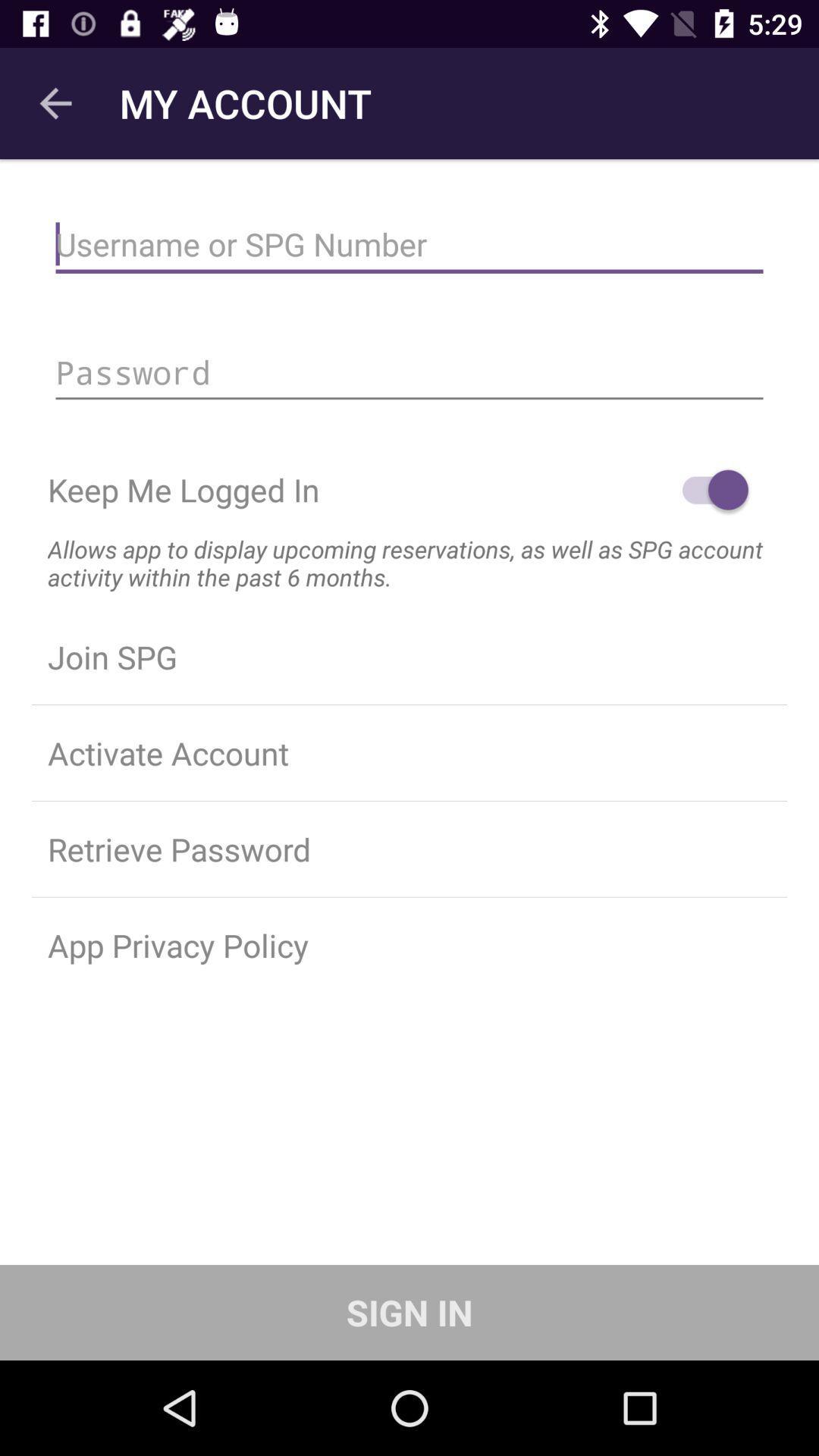 This screenshot has width=819, height=1456. I want to click on sign in item, so click(409, 1312).